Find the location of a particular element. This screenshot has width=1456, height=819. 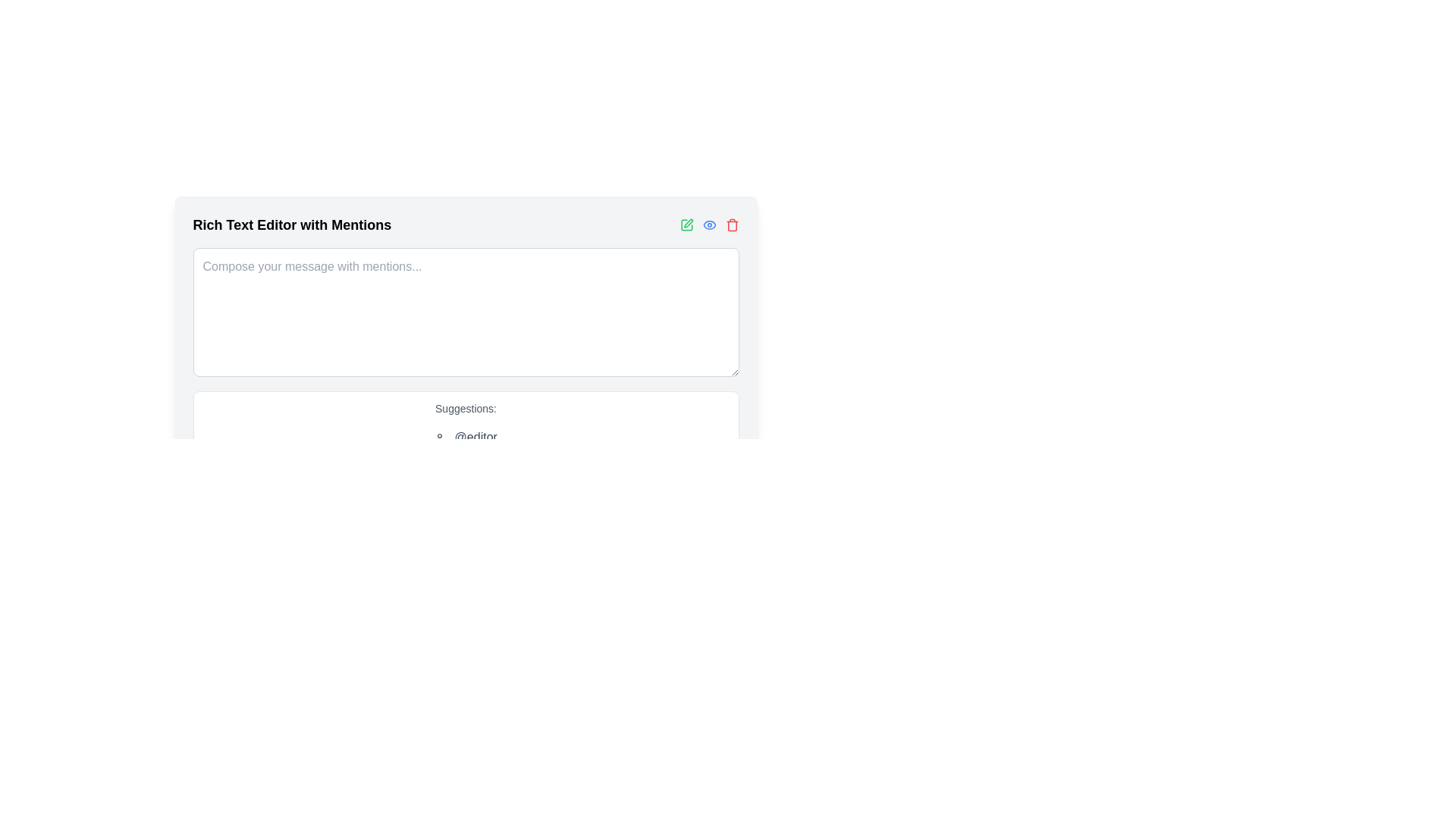

the red trash can icon located at the top-right area above the 'Rich Text Editor with Mentions' input field is located at coordinates (732, 225).